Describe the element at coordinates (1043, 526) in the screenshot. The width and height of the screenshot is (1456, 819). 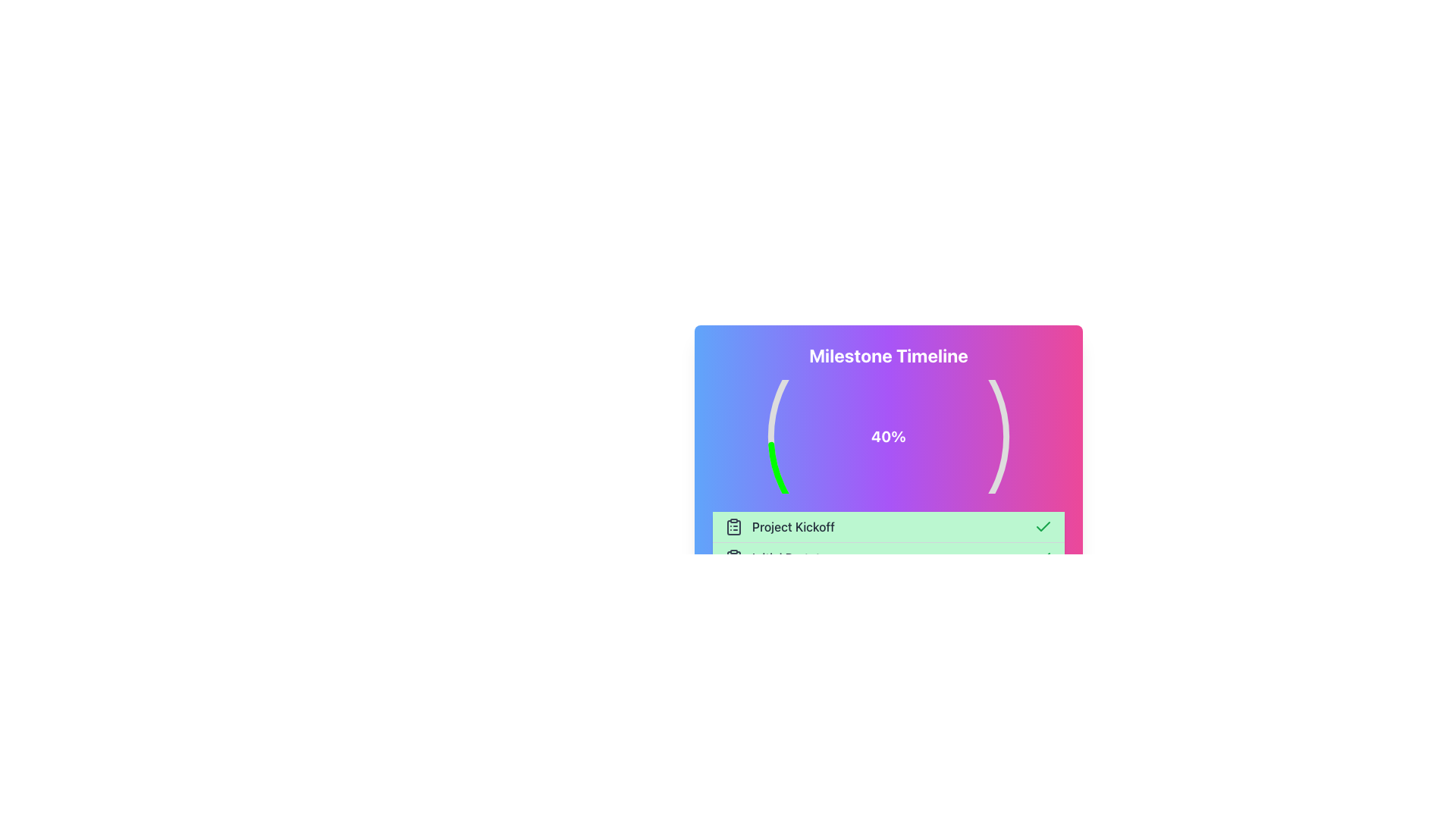
I see `the checkmark icon in the upper-right corner of the green header labeled 'Project Kickoff' for feedback on task completion` at that location.